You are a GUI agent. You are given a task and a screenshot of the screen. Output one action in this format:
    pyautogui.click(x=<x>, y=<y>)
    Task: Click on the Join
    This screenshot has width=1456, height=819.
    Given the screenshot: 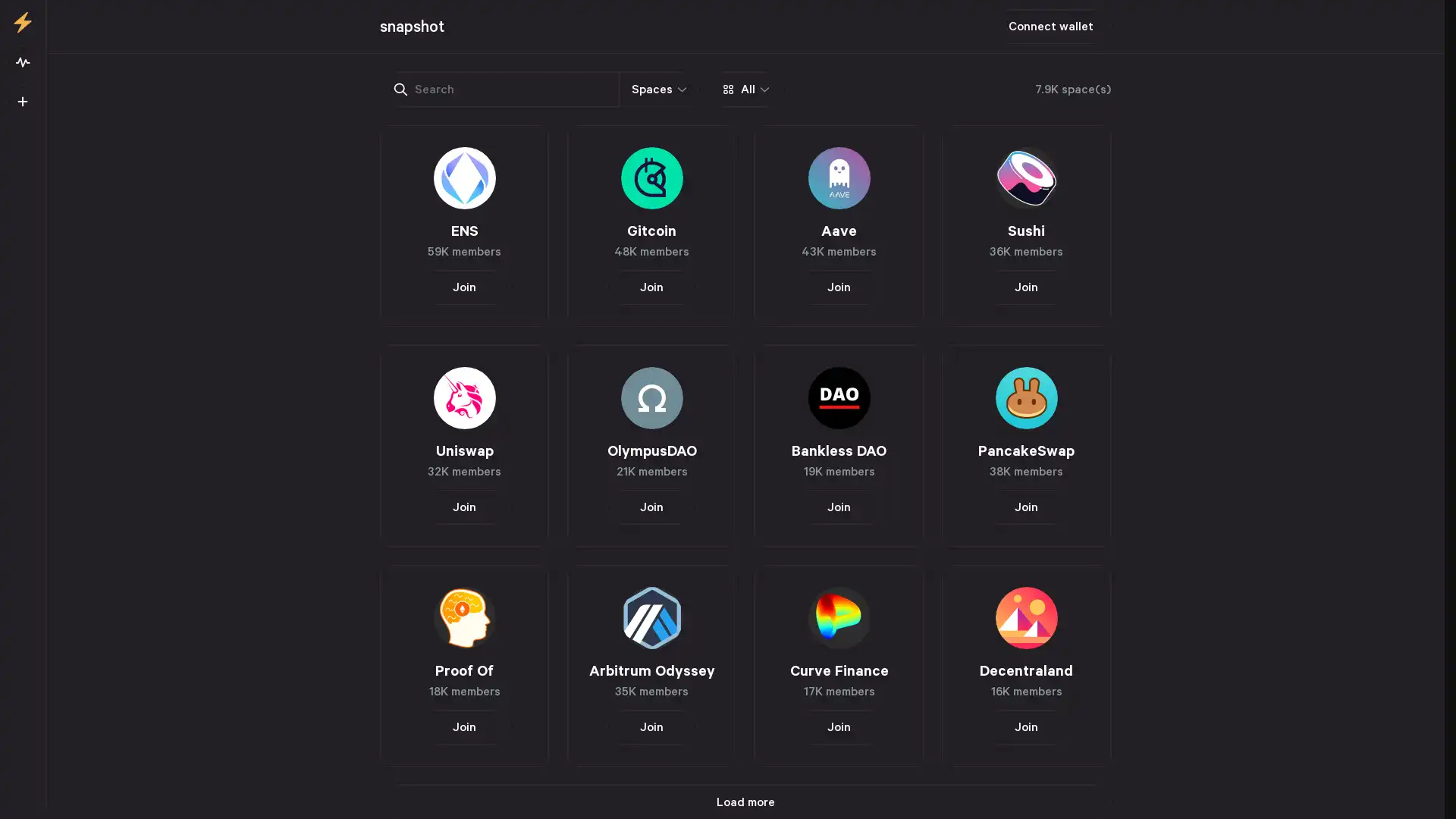 What is the action you would take?
    pyautogui.click(x=651, y=287)
    